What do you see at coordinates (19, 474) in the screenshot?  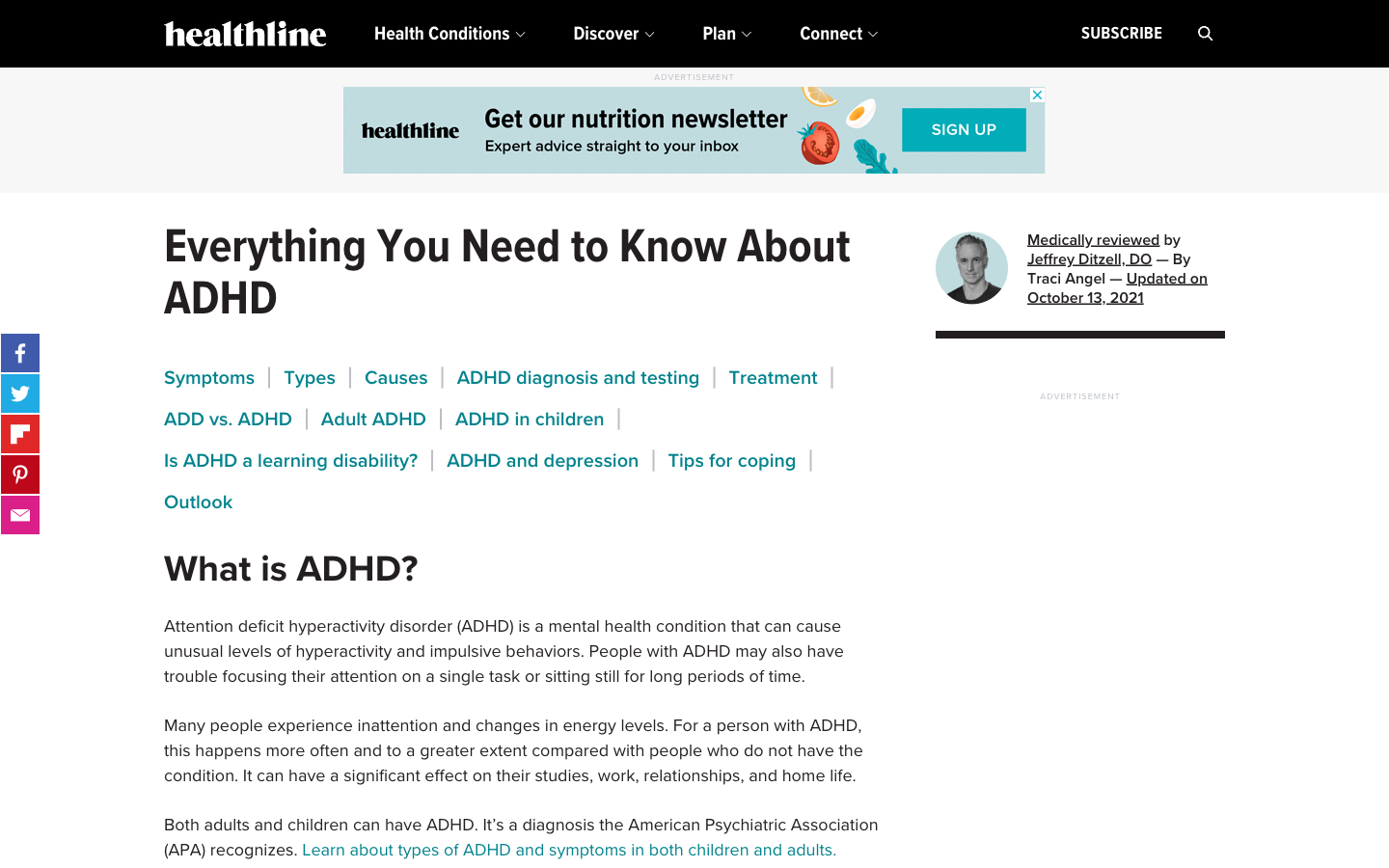 I see `share on Pinterest feature` at bounding box center [19, 474].